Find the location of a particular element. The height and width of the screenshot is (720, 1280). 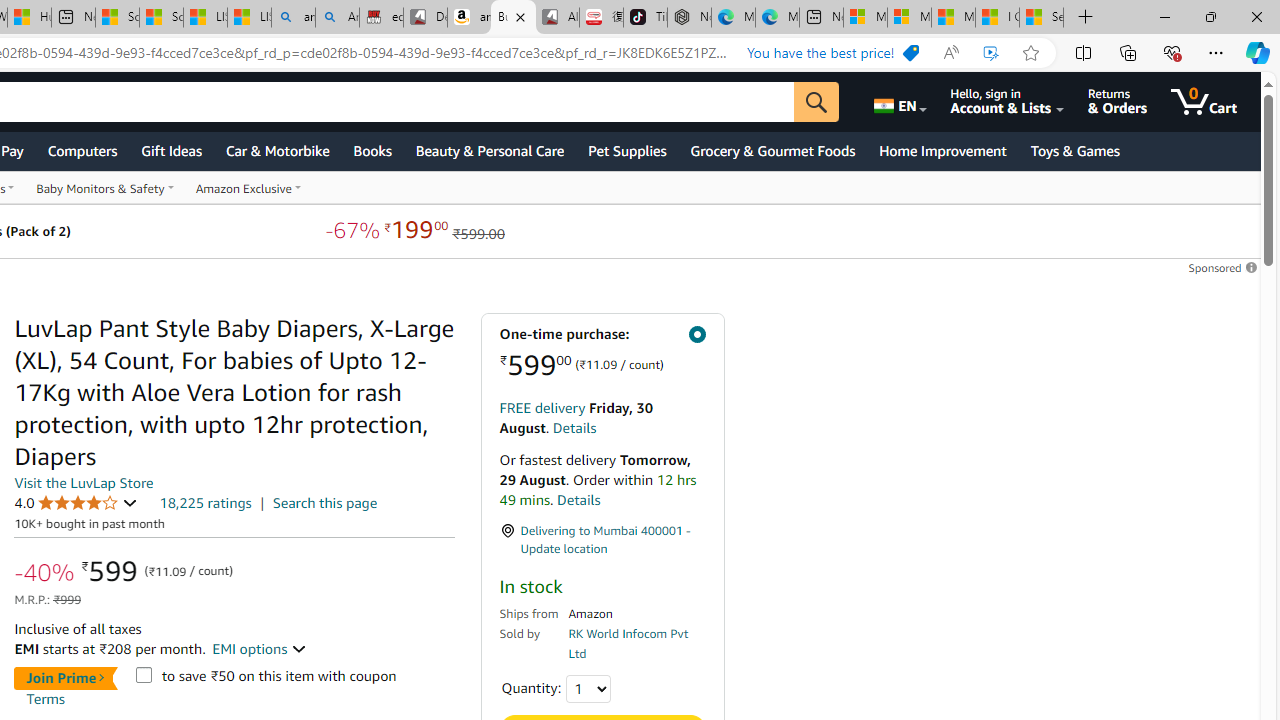

'Join Prime' is located at coordinates (64, 677).